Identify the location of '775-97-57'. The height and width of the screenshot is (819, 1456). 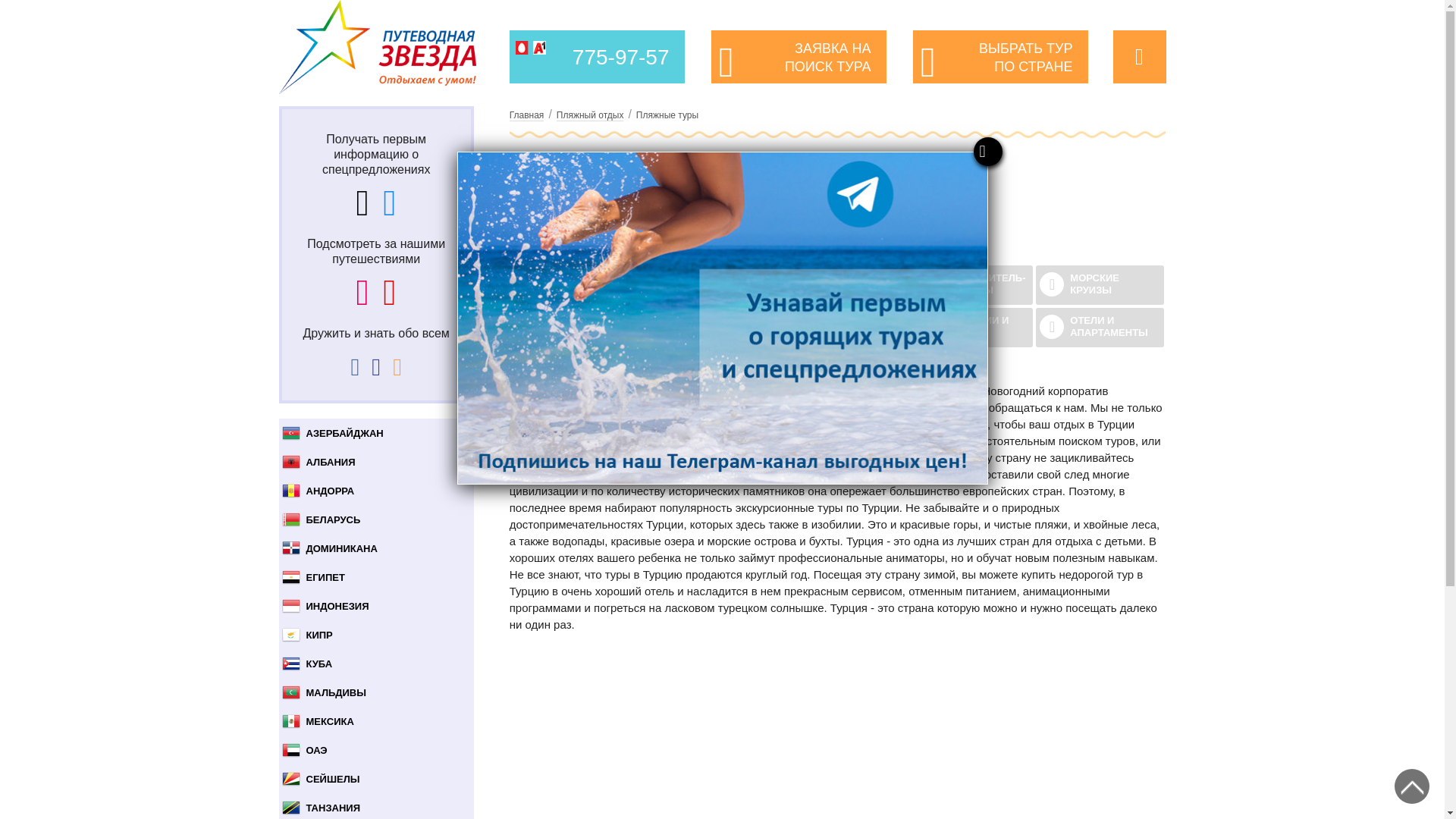
(623, 57).